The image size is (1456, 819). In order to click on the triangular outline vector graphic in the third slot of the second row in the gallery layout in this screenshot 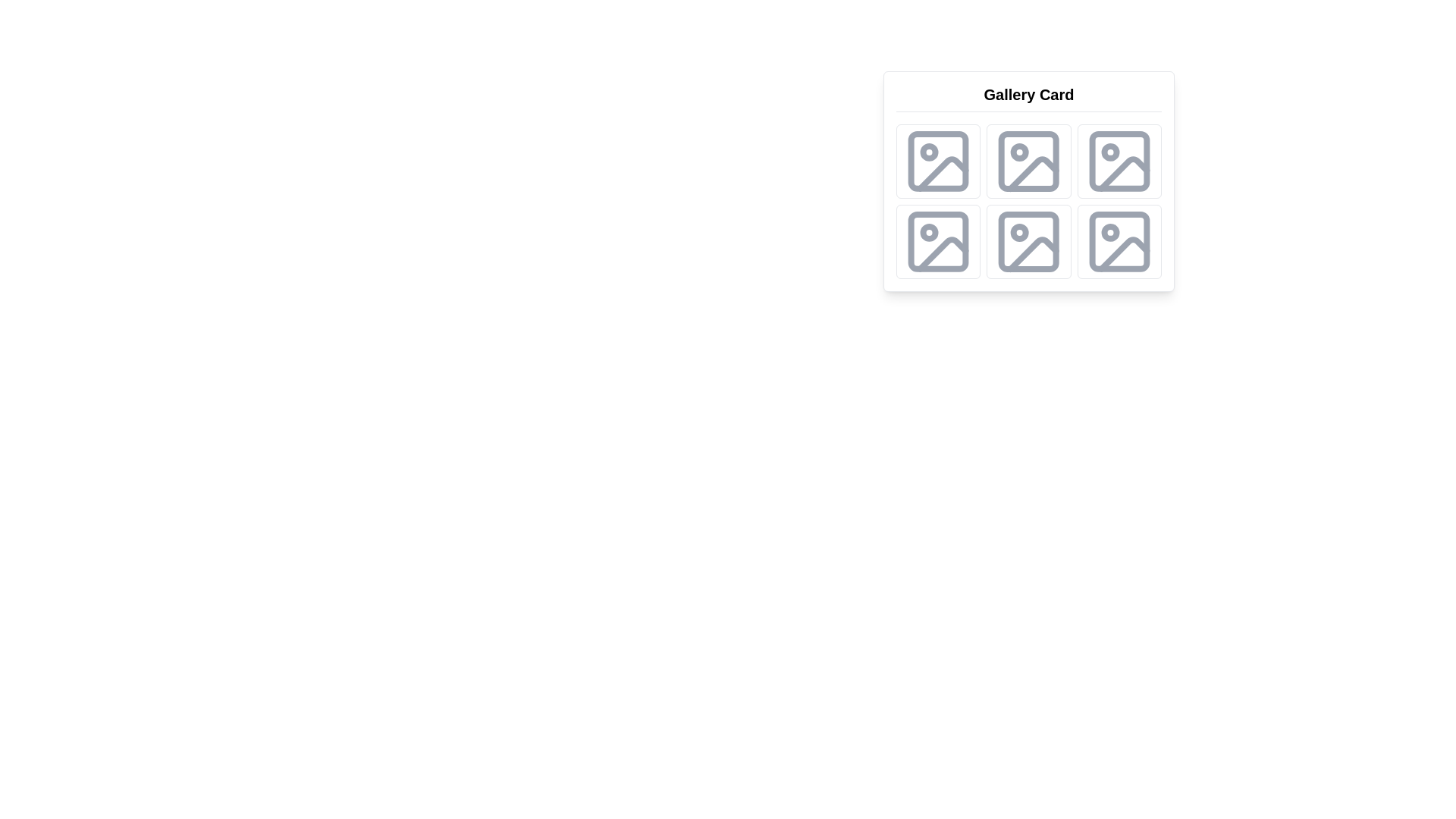, I will do `click(942, 253)`.